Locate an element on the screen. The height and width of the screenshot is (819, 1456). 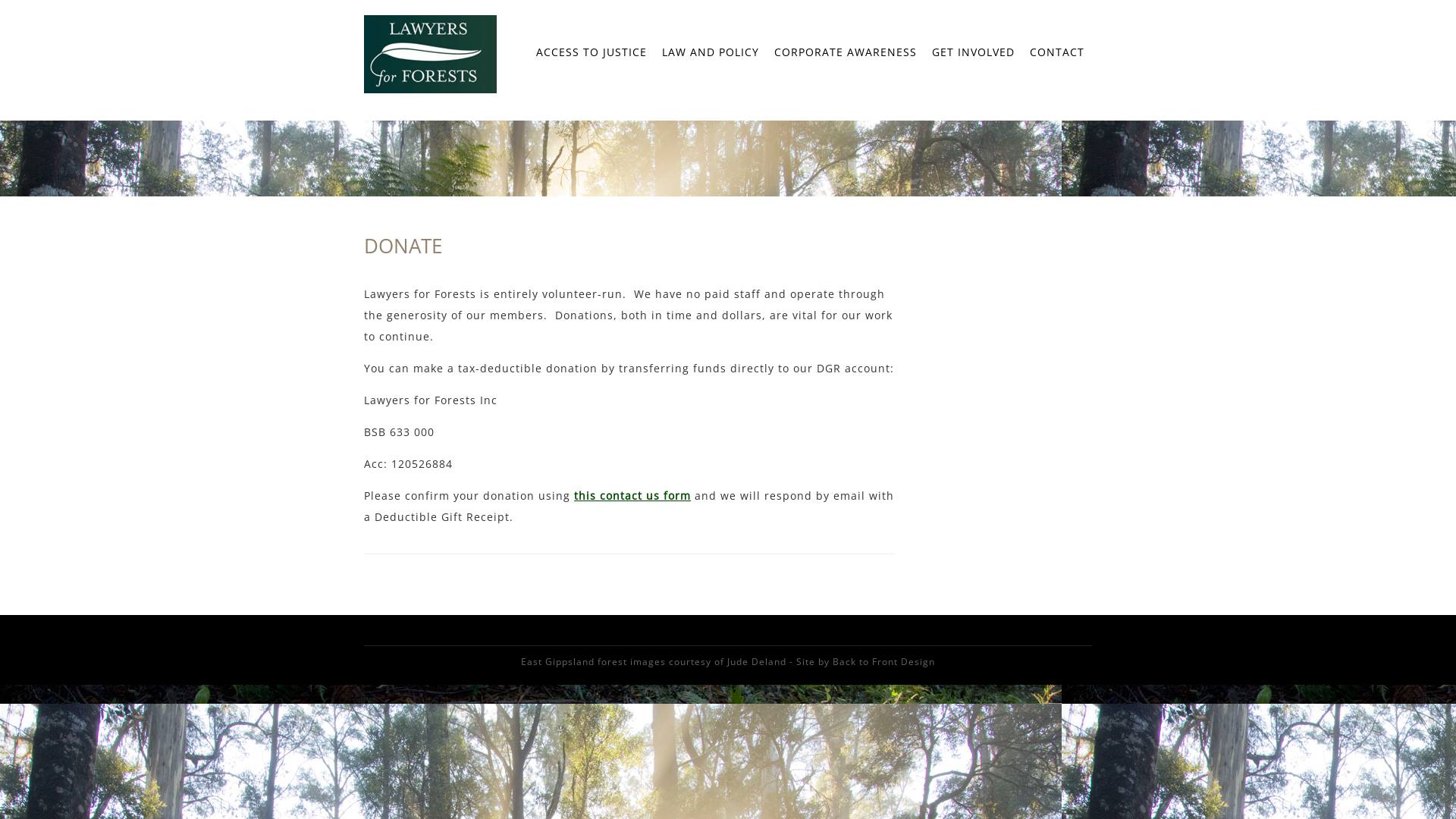
'LAW AND POLICY' is located at coordinates (654, 51).